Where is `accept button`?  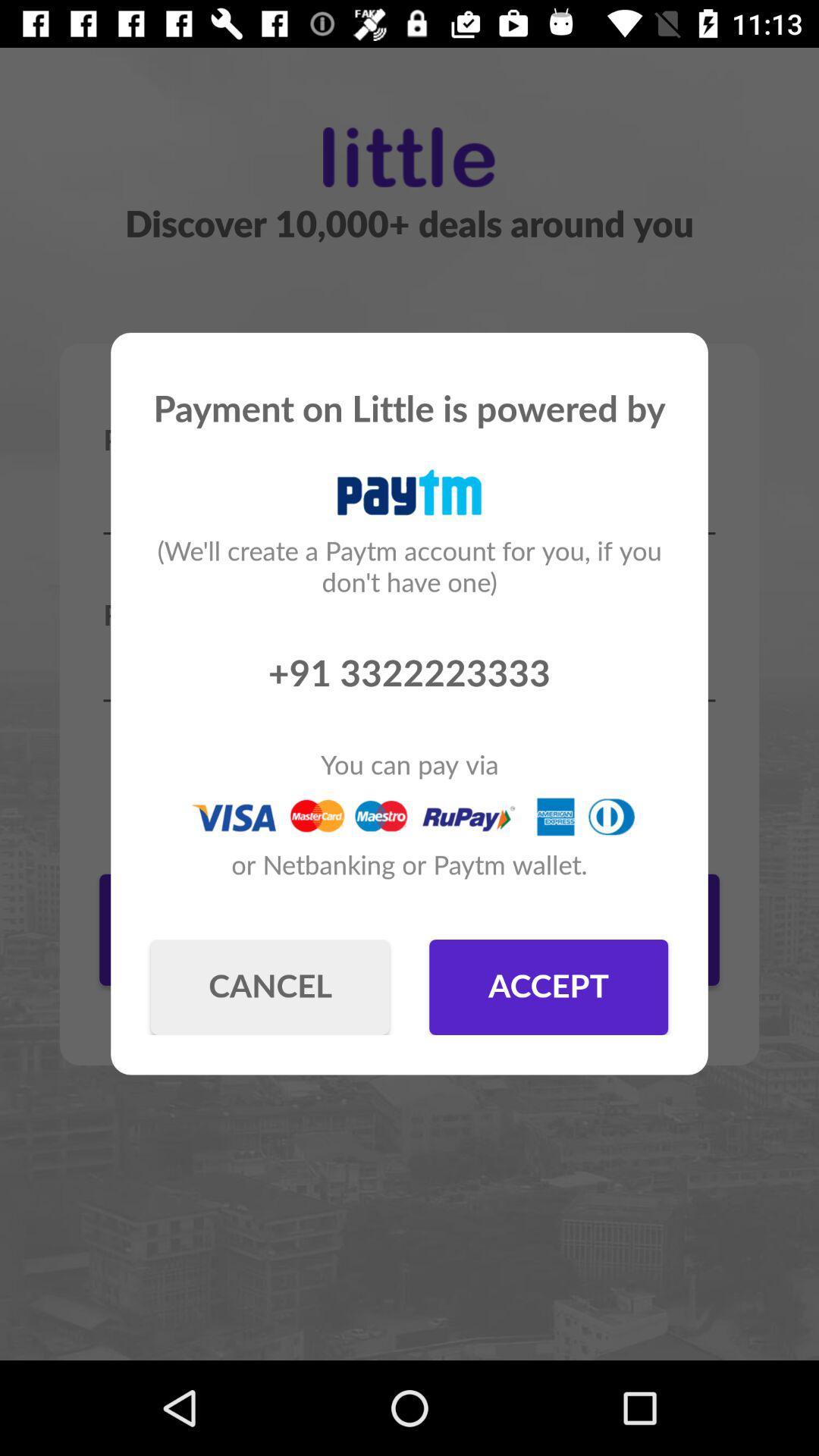
accept button is located at coordinates (548, 987).